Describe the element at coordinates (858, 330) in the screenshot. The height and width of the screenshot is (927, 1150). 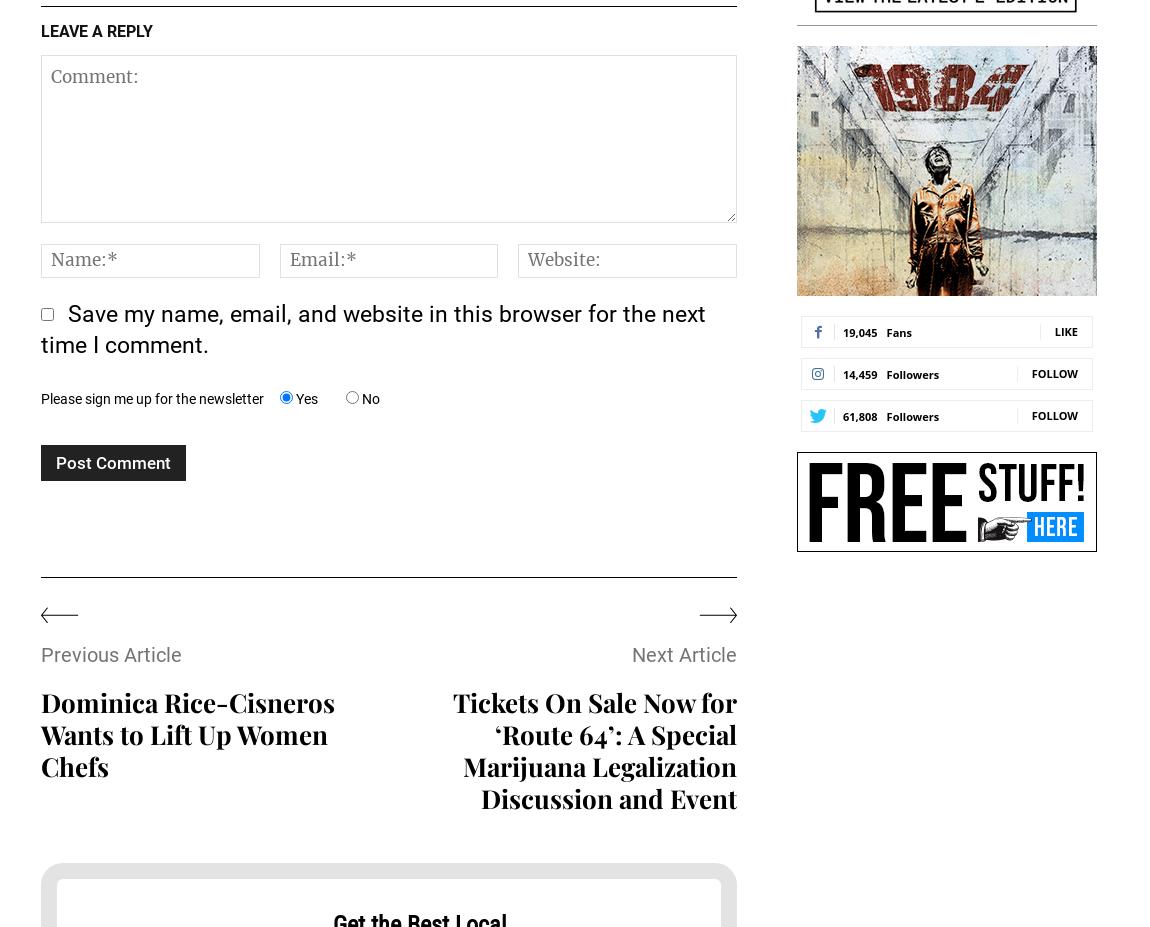
I see `'19,045'` at that location.